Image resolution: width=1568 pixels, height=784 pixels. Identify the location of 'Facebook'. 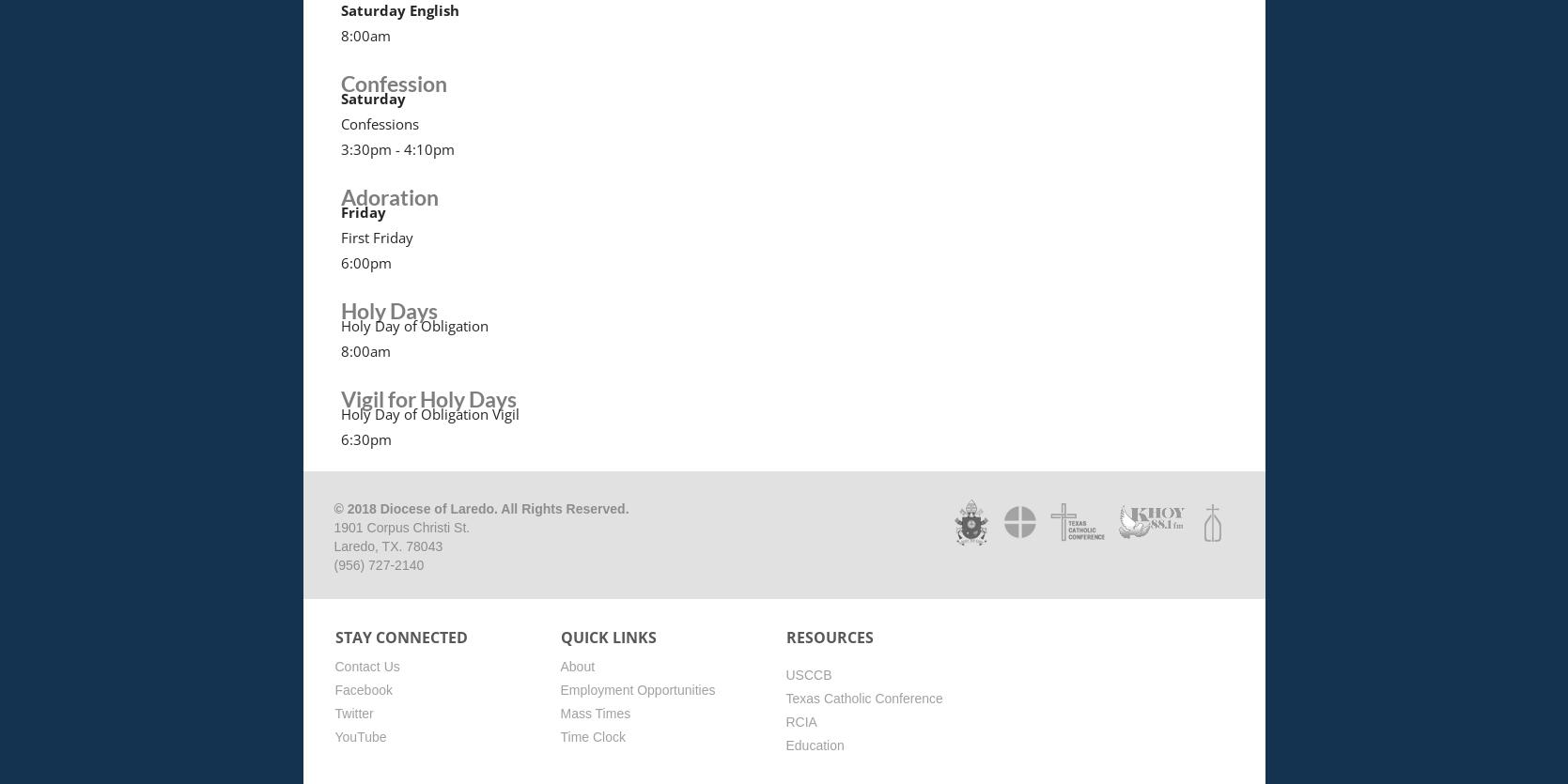
(362, 688).